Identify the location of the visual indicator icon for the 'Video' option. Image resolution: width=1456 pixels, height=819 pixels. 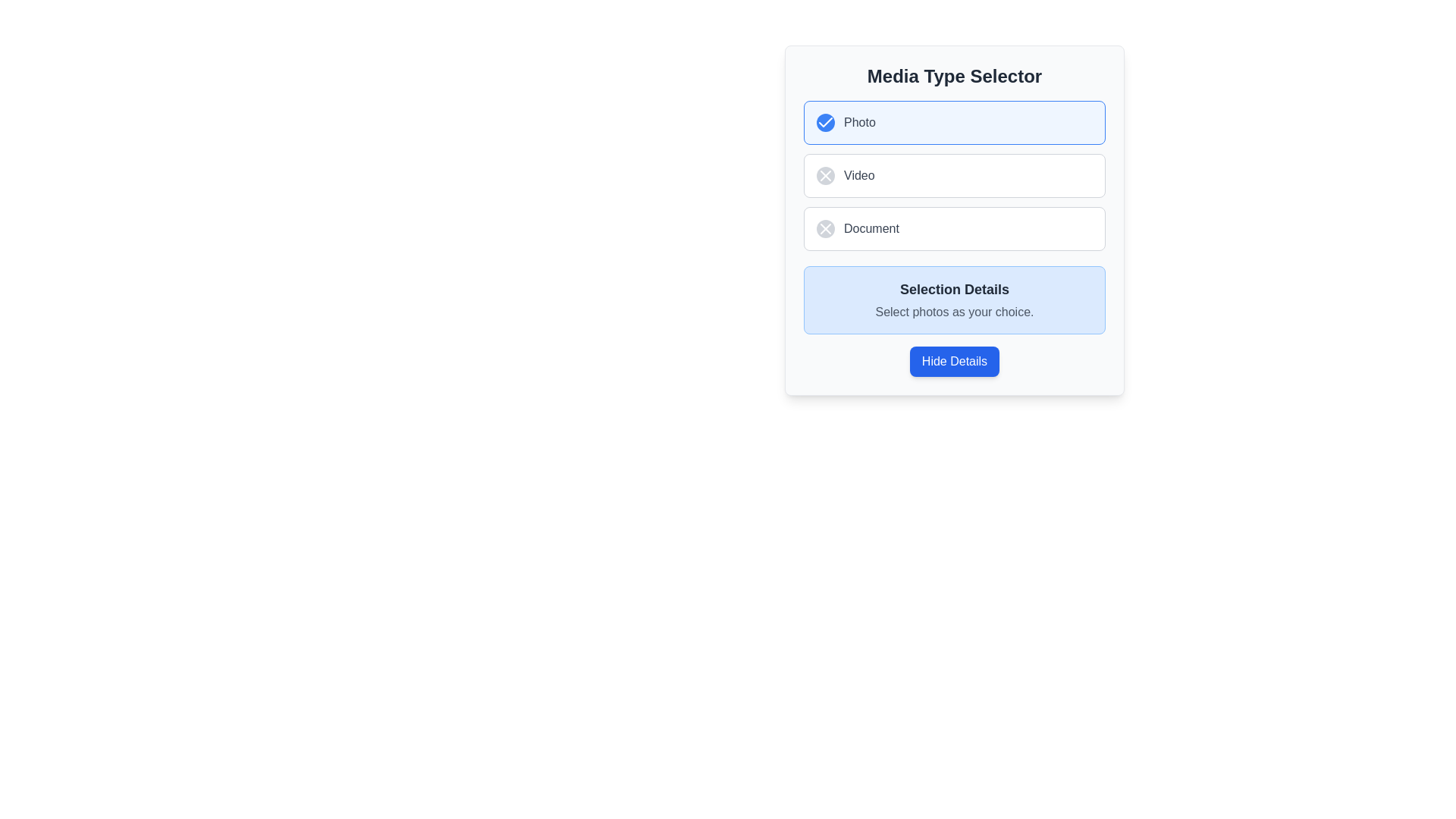
(825, 174).